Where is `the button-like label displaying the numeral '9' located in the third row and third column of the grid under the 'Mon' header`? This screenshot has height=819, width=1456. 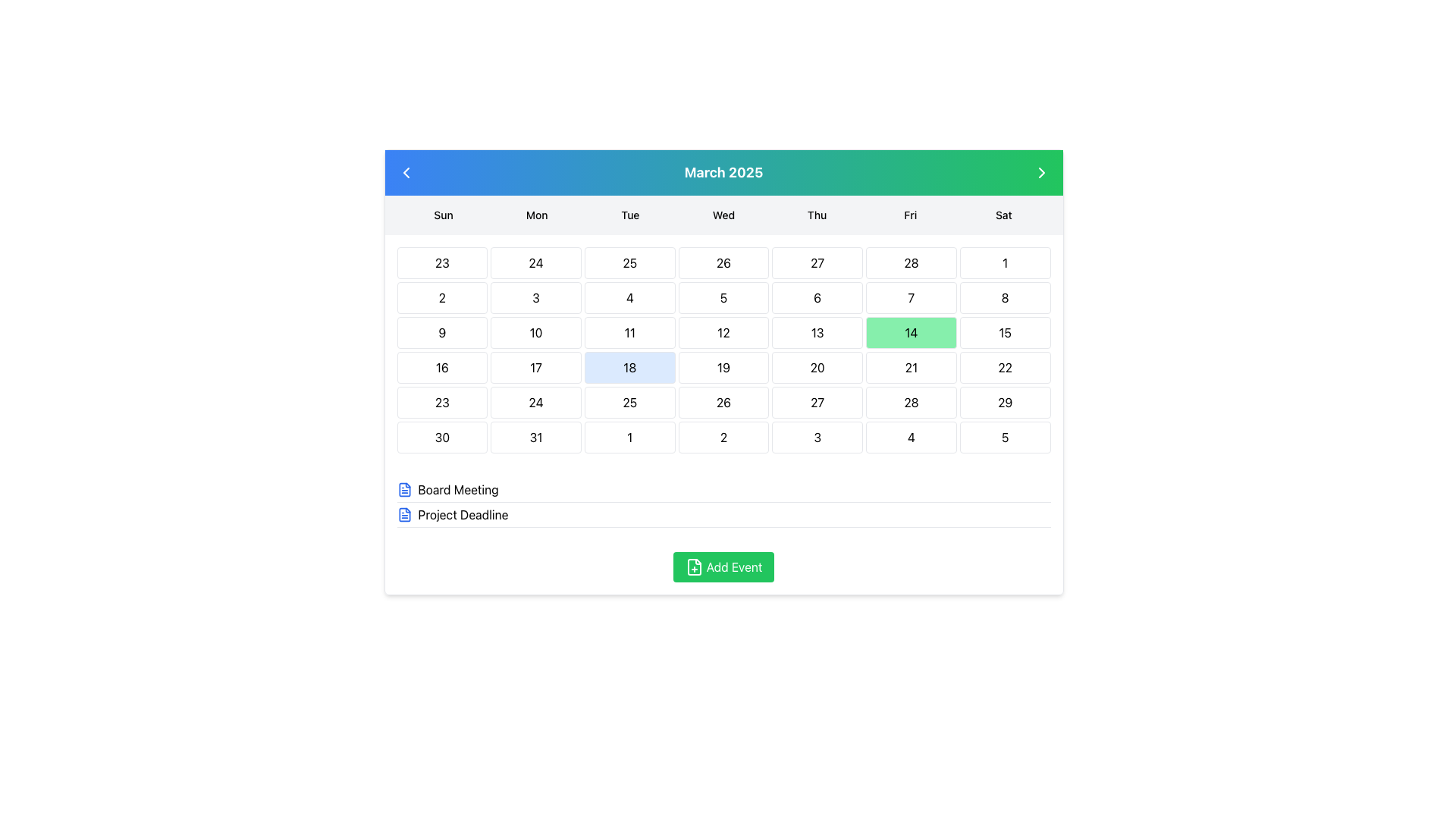 the button-like label displaying the numeral '9' located in the third row and third column of the grid under the 'Mon' header is located at coordinates (441, 332).